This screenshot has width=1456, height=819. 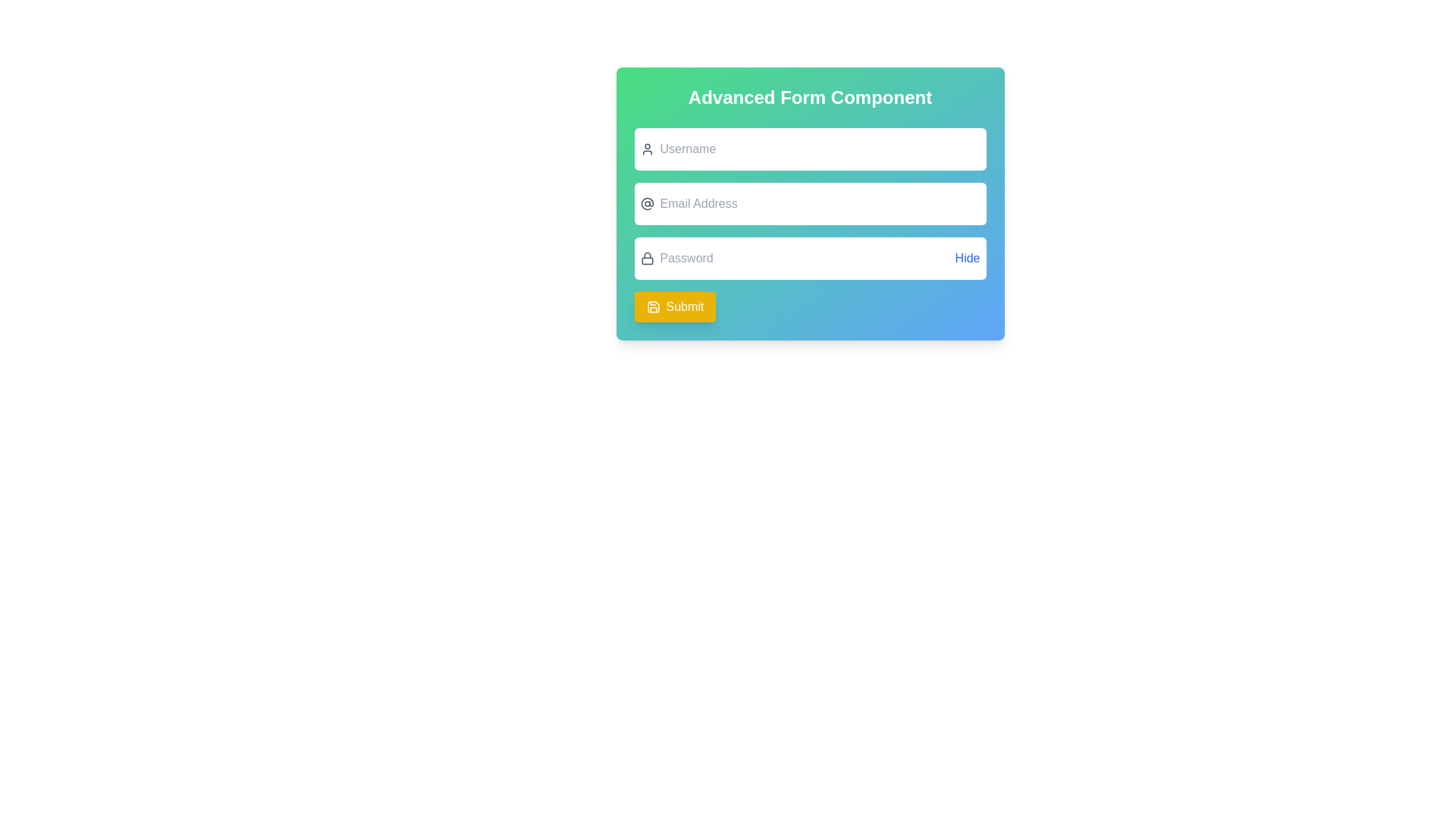 What do you see at coordinates (647, 203) in the screenshot?
I see `the decorative icon indicating the email input field, located on the left side of the email input area` at bounding box center [647, 203].